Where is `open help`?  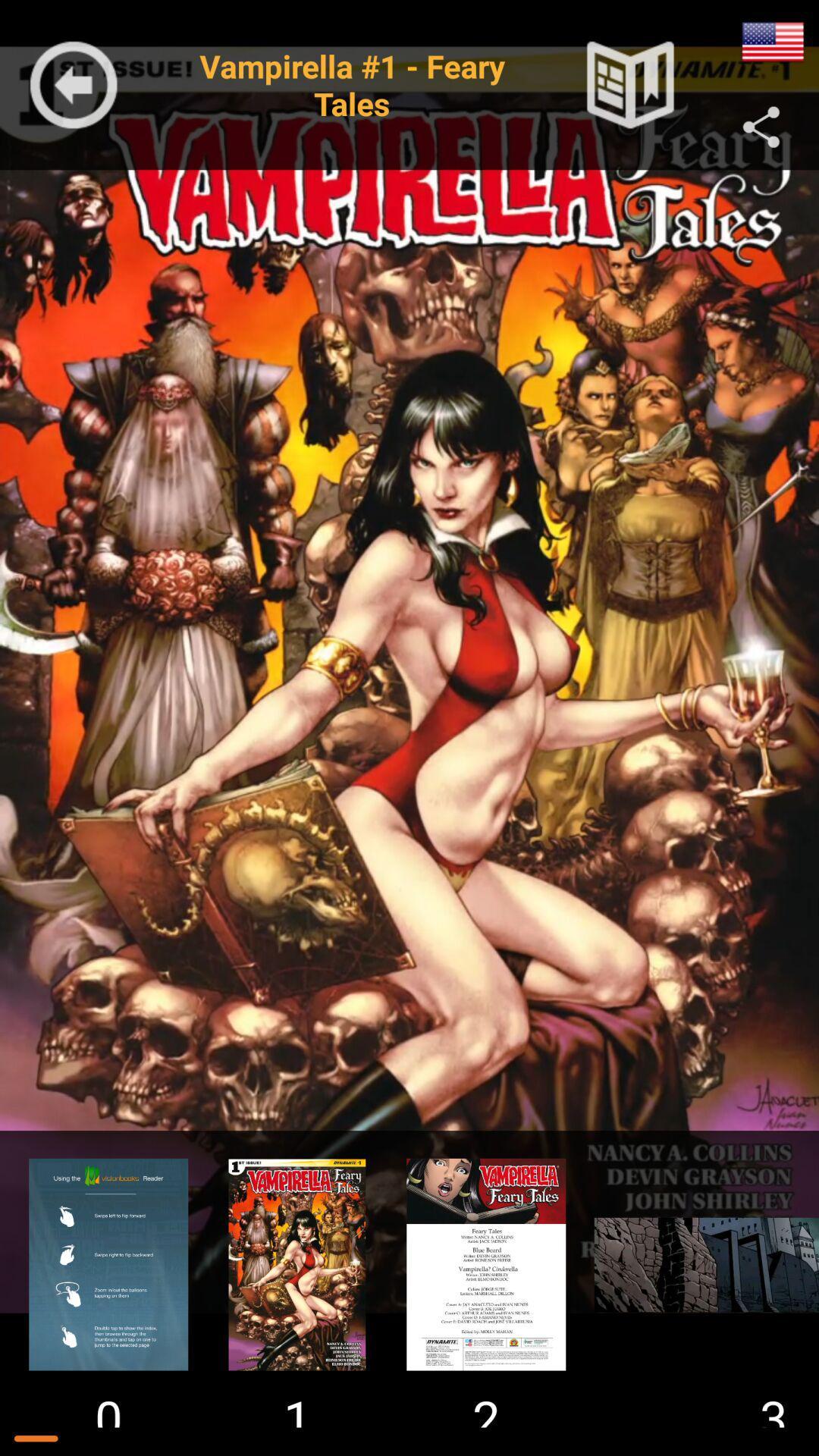
open help is located at coordinates (108, 1264).